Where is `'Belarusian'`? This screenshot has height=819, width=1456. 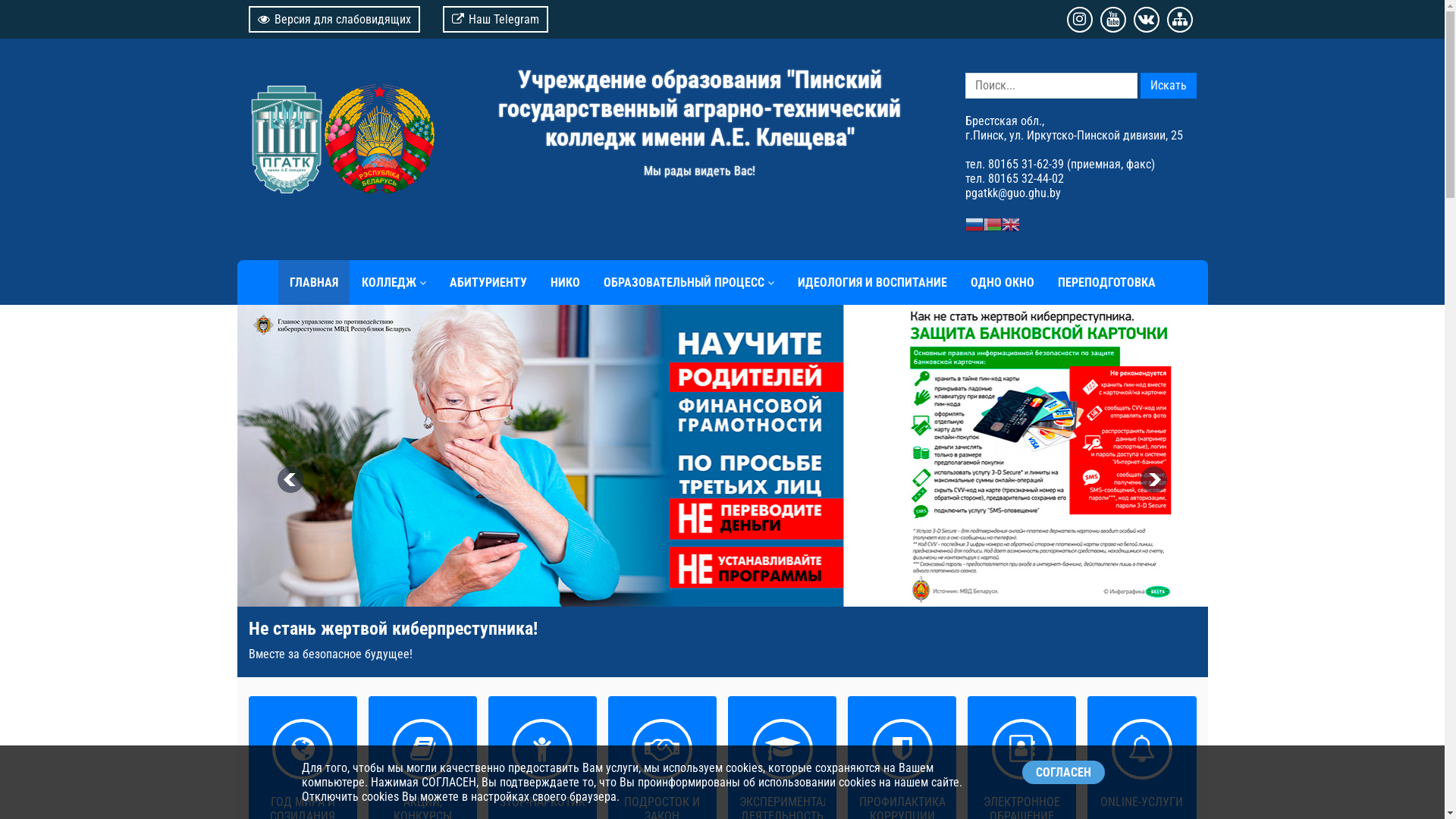 'Belarusian' is located at coordinates (992, 223).